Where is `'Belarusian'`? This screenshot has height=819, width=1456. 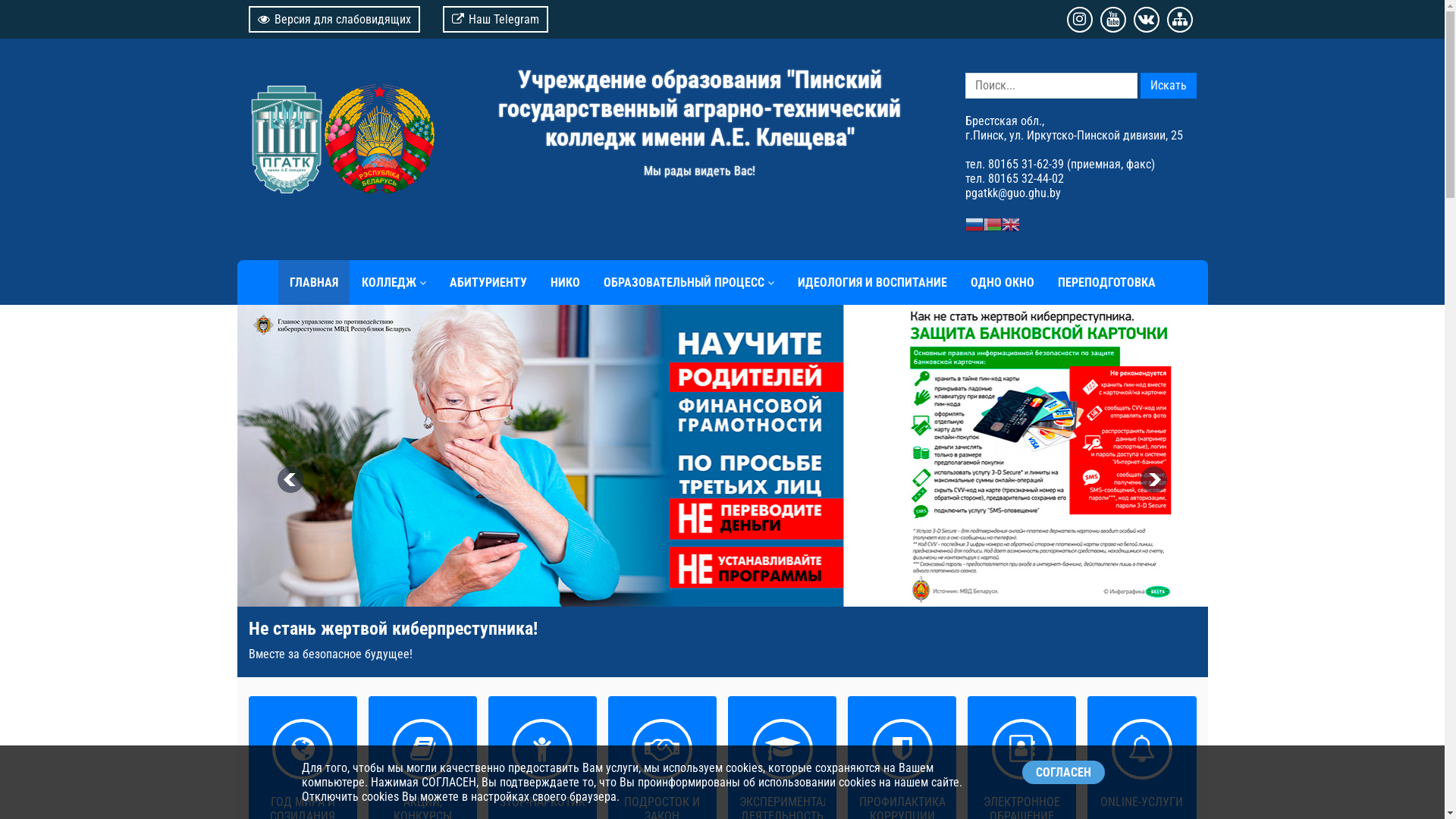 'Belarusian' is located at coordinates (992, 223).